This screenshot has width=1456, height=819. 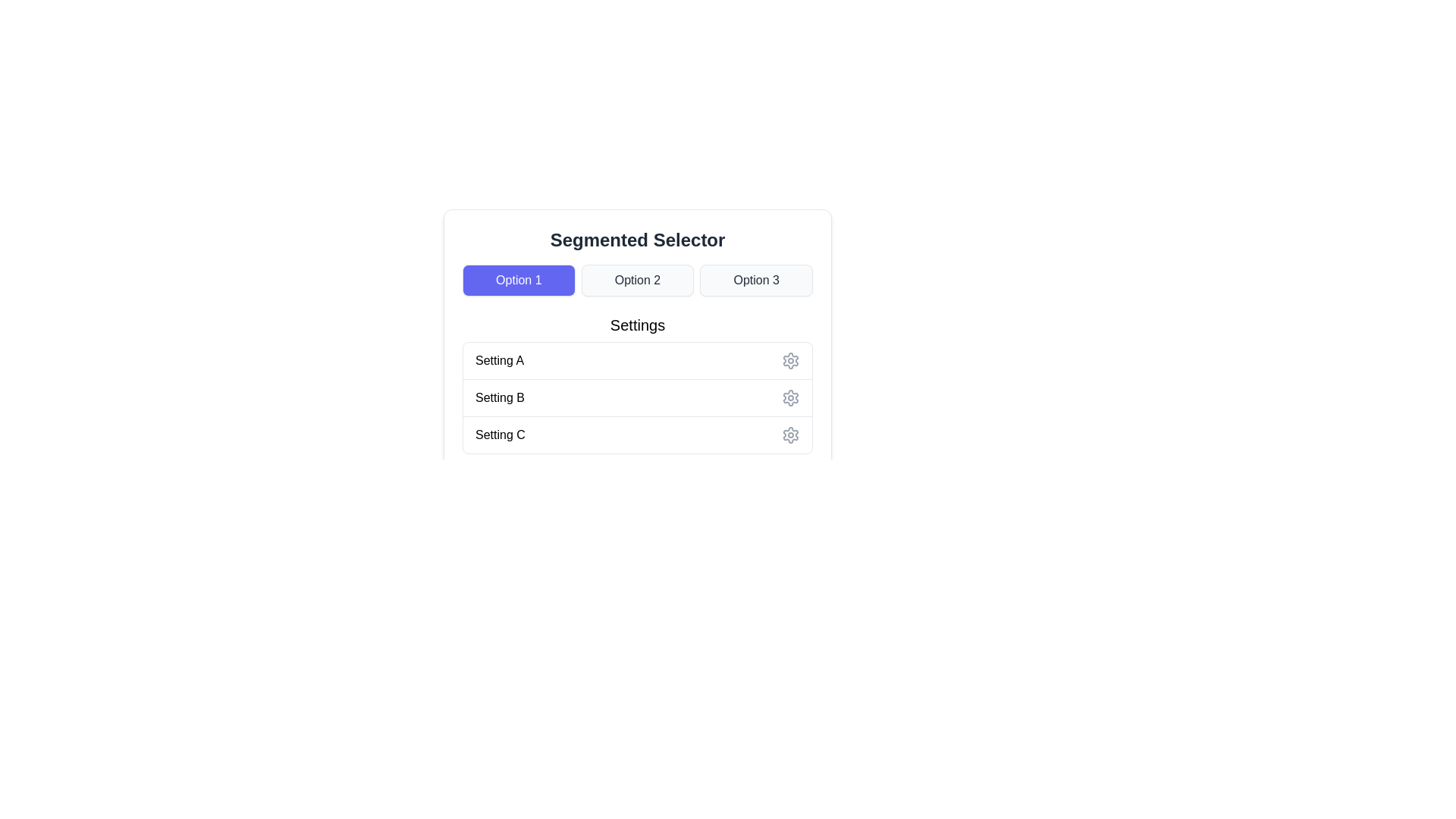 I want to click on the configuration button/icon located to the right of the 'Settings C' text label, so click(x=789, y=435).